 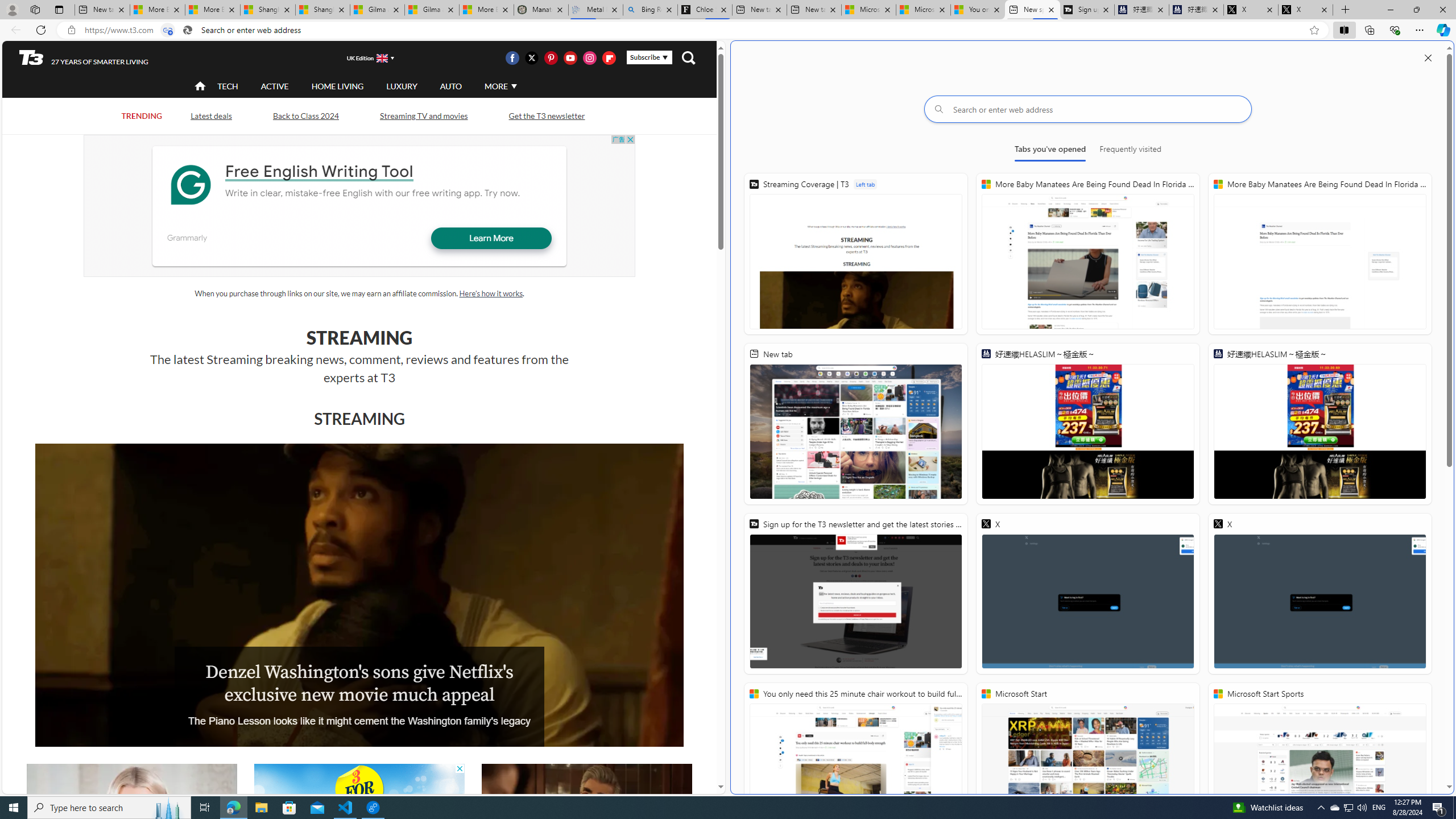 I want to click on 'MORE ', so click(x=499, y=85).